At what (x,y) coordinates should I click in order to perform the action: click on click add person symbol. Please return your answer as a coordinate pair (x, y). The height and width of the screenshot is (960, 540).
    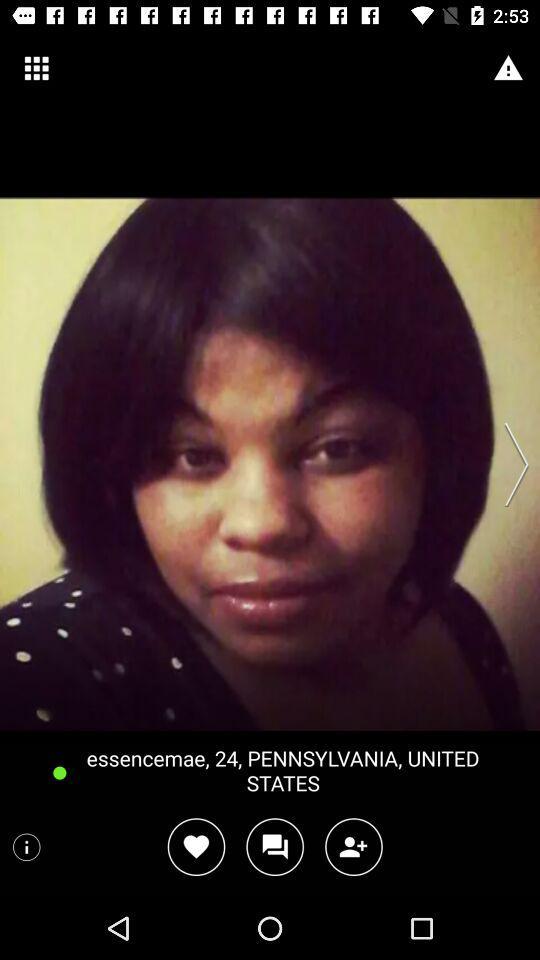
    Looking at the image, I should click on (353, 846).